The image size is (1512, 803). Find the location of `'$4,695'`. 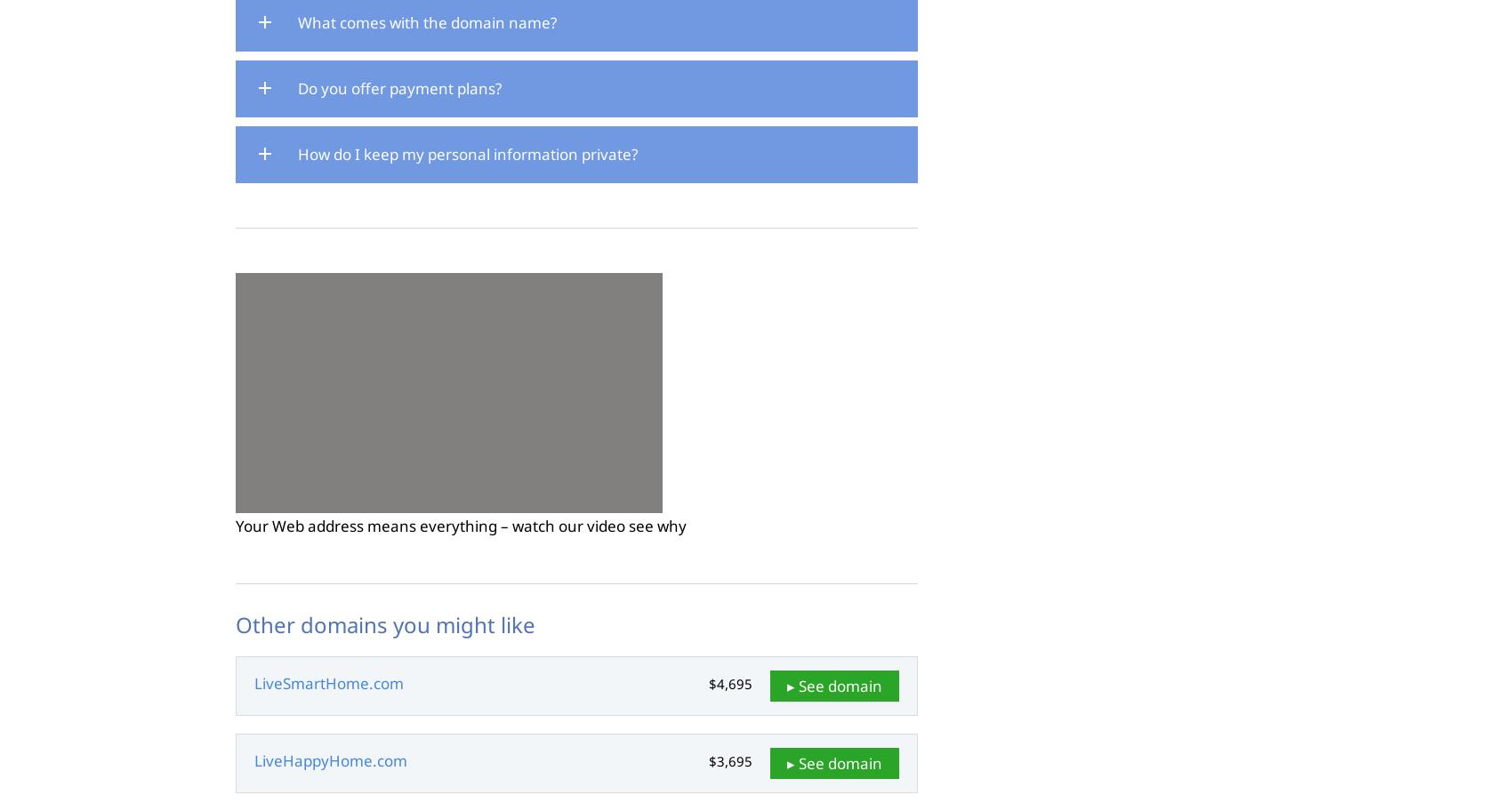

'$4,695' is located at coordinates (729, 683).